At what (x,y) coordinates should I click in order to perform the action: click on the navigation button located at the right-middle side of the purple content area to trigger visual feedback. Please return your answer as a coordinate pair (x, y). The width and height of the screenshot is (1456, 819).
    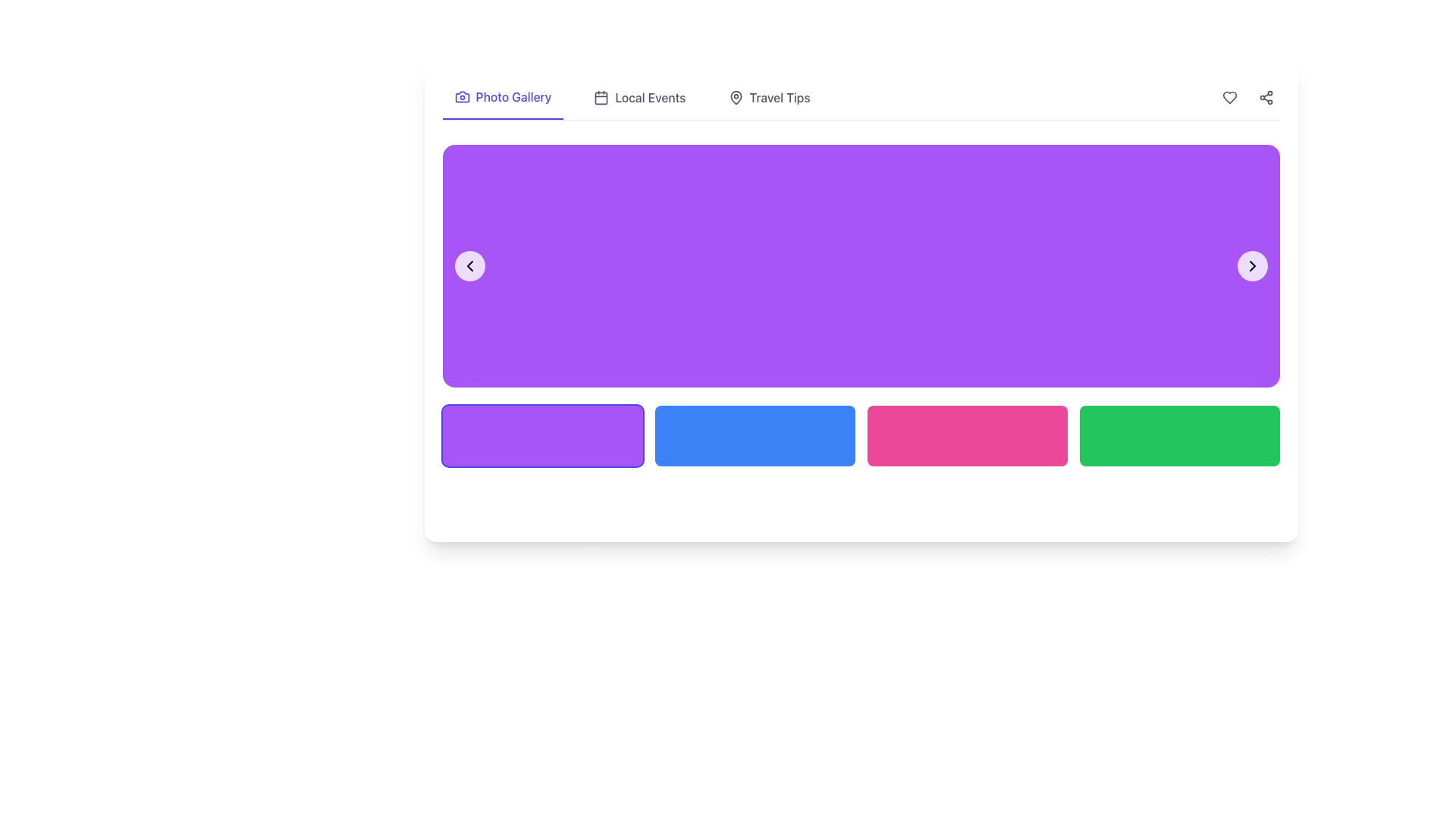
    Looking at the image, I should click on (1252, 265).